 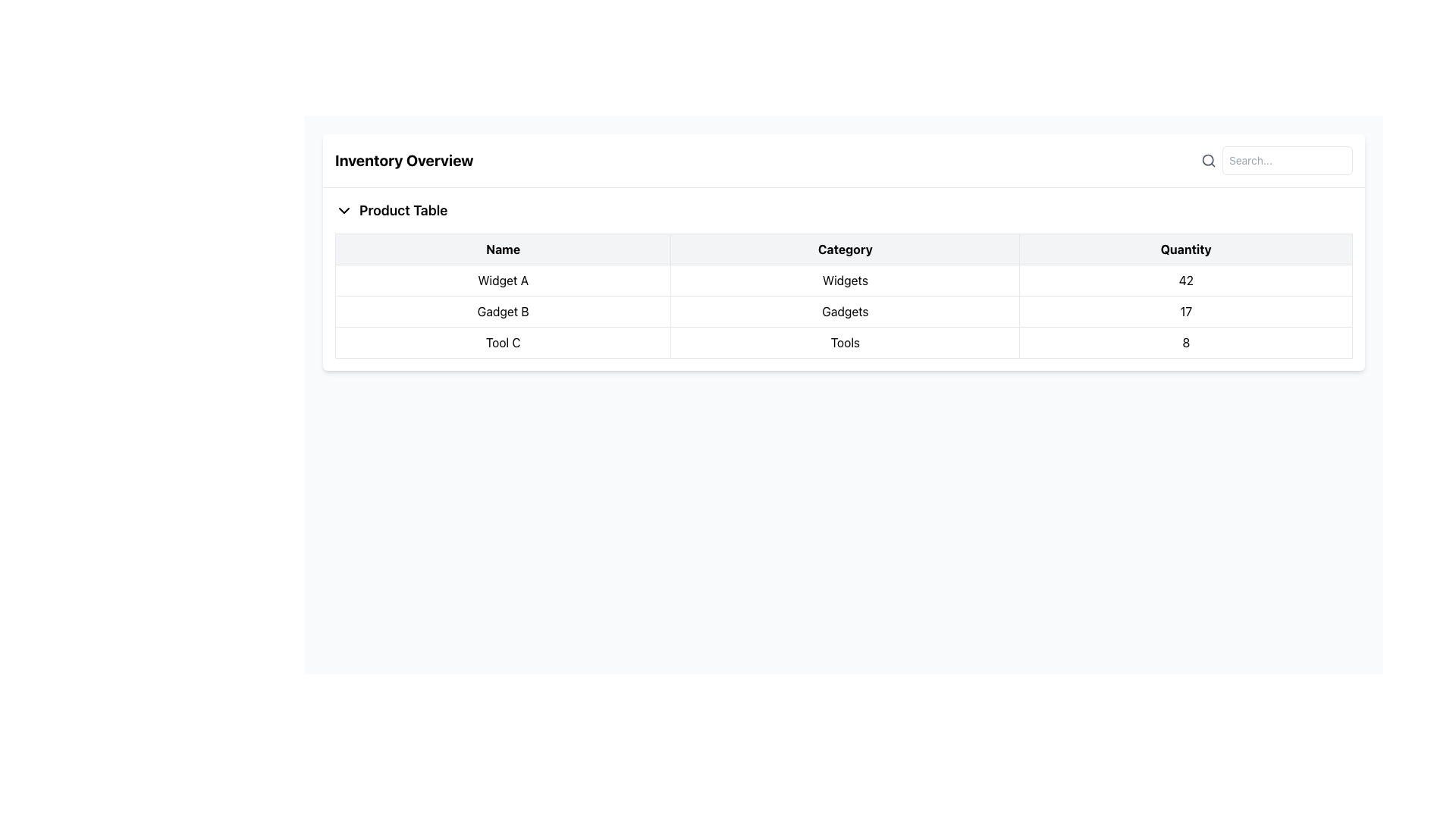 What do you see at coordinates (843, 342) in the screenshot?
I see `the third row in the table that displays item information, located beneath 'Widget AWidgets42' and 'Gadget BGadgets17'` at bounding box center [843, 342].